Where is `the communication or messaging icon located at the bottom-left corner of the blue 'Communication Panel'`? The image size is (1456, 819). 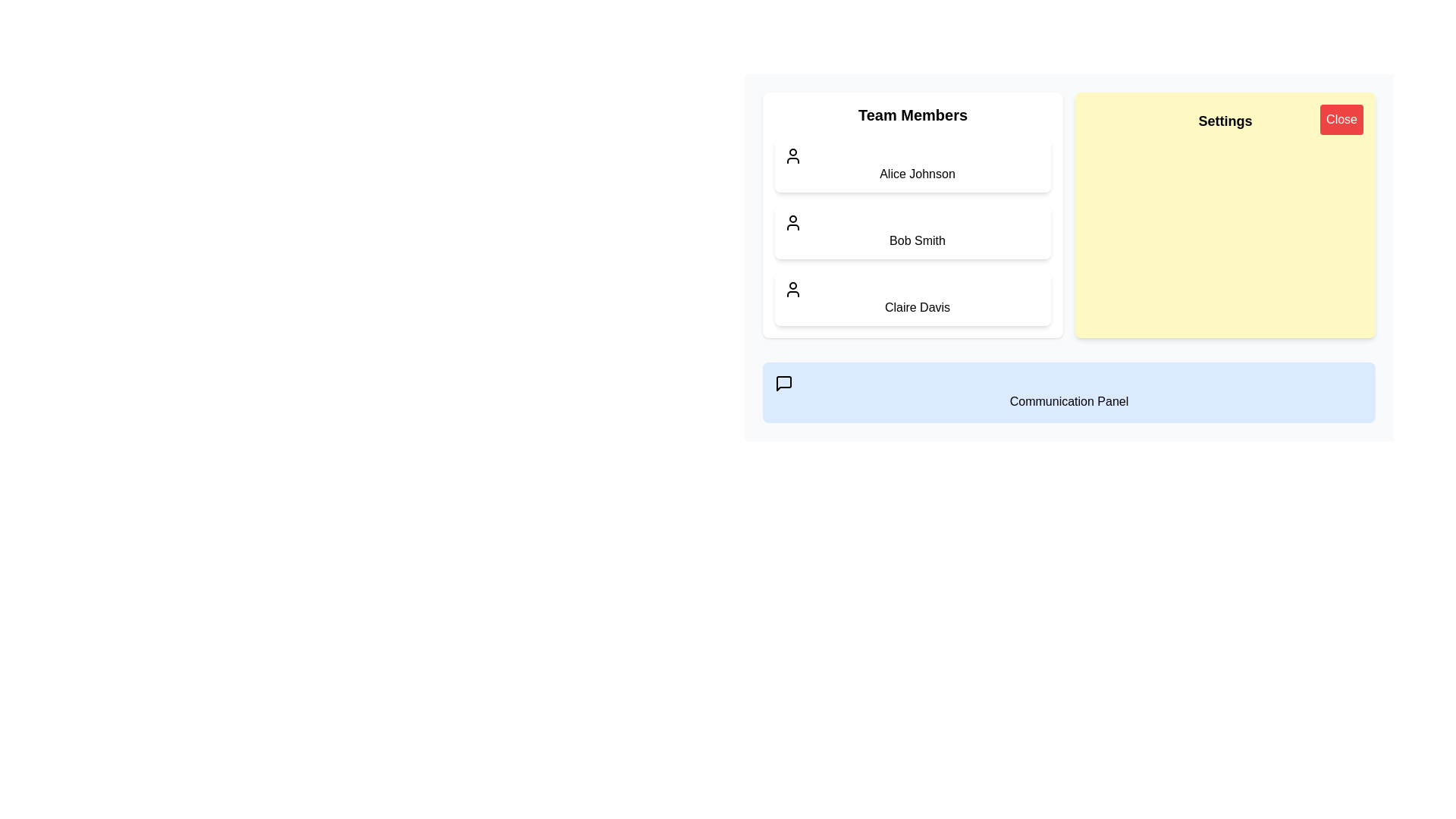
the communication or messaging icon located at the bottom-left corner of the blue 'Communication Panel' is located at coordinates (783, 382).